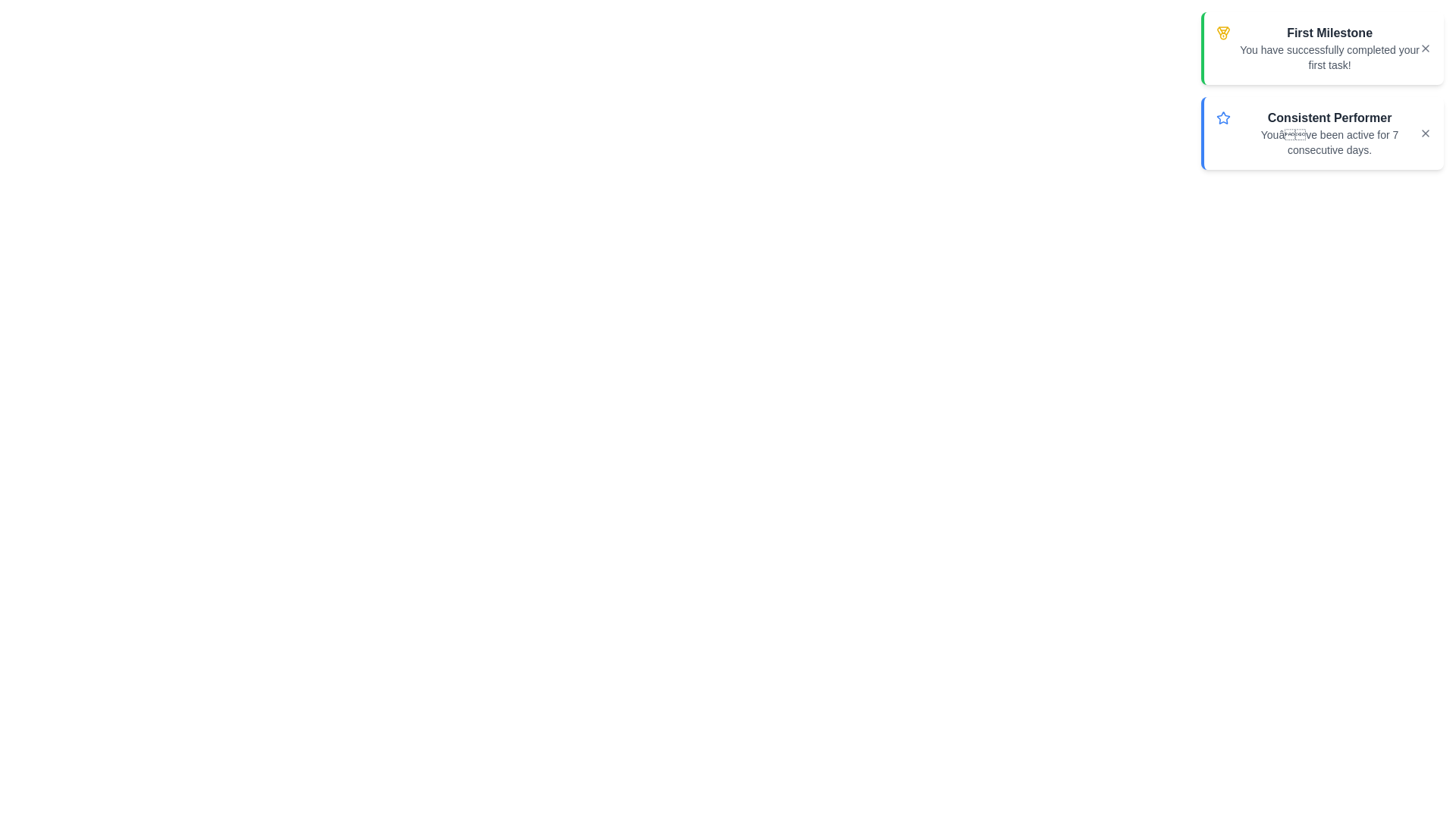 This screenshot has height=819, width=1456. I want to click on the icon for the achievement titled First Milestone, so click(1222, 33).